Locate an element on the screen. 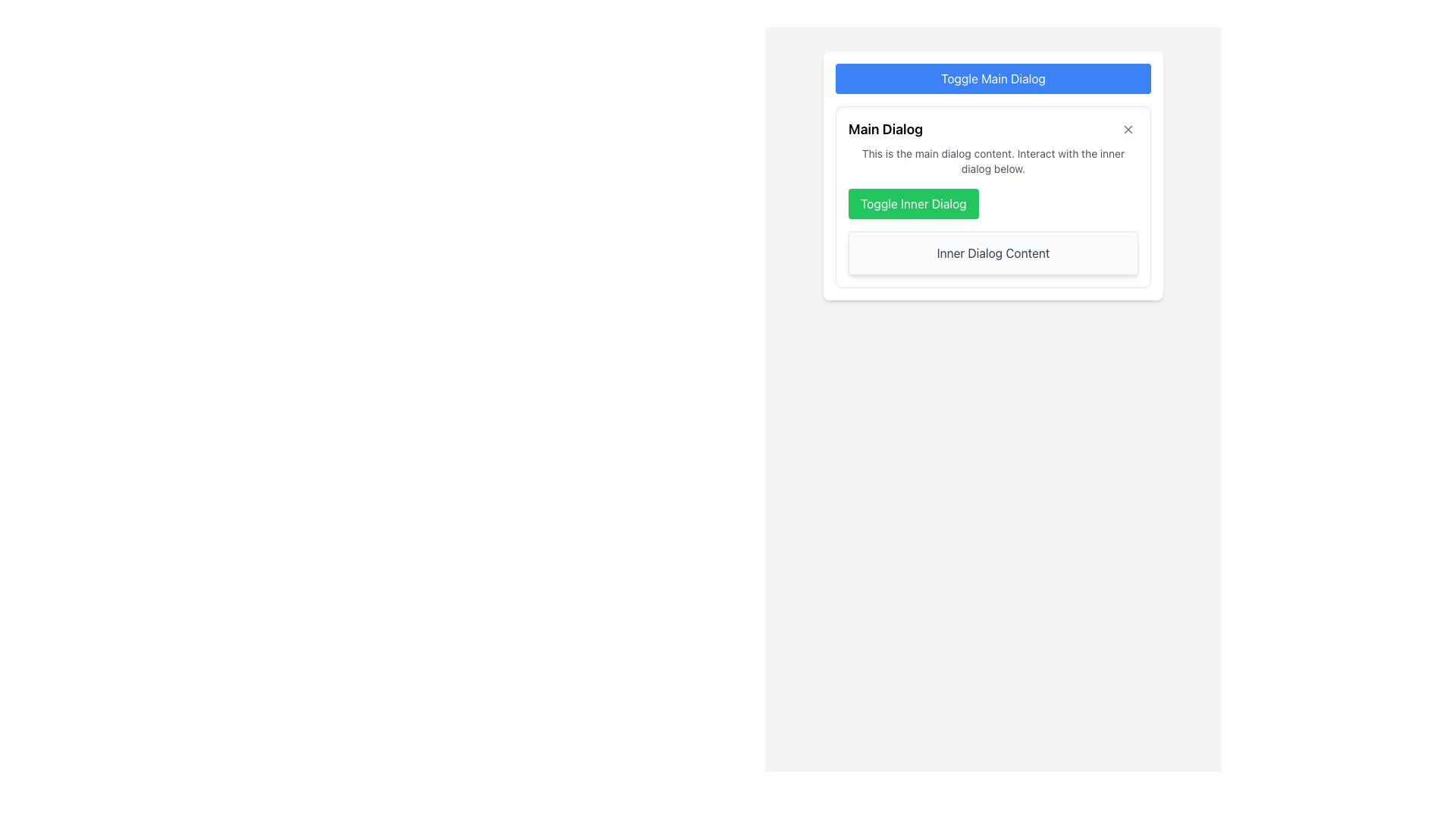  the close icon button styled as an 'X' located in the top-right corner of the card-like dialog interface, next to the 'Main Dialog' title is located at coordinates (1128, 128).